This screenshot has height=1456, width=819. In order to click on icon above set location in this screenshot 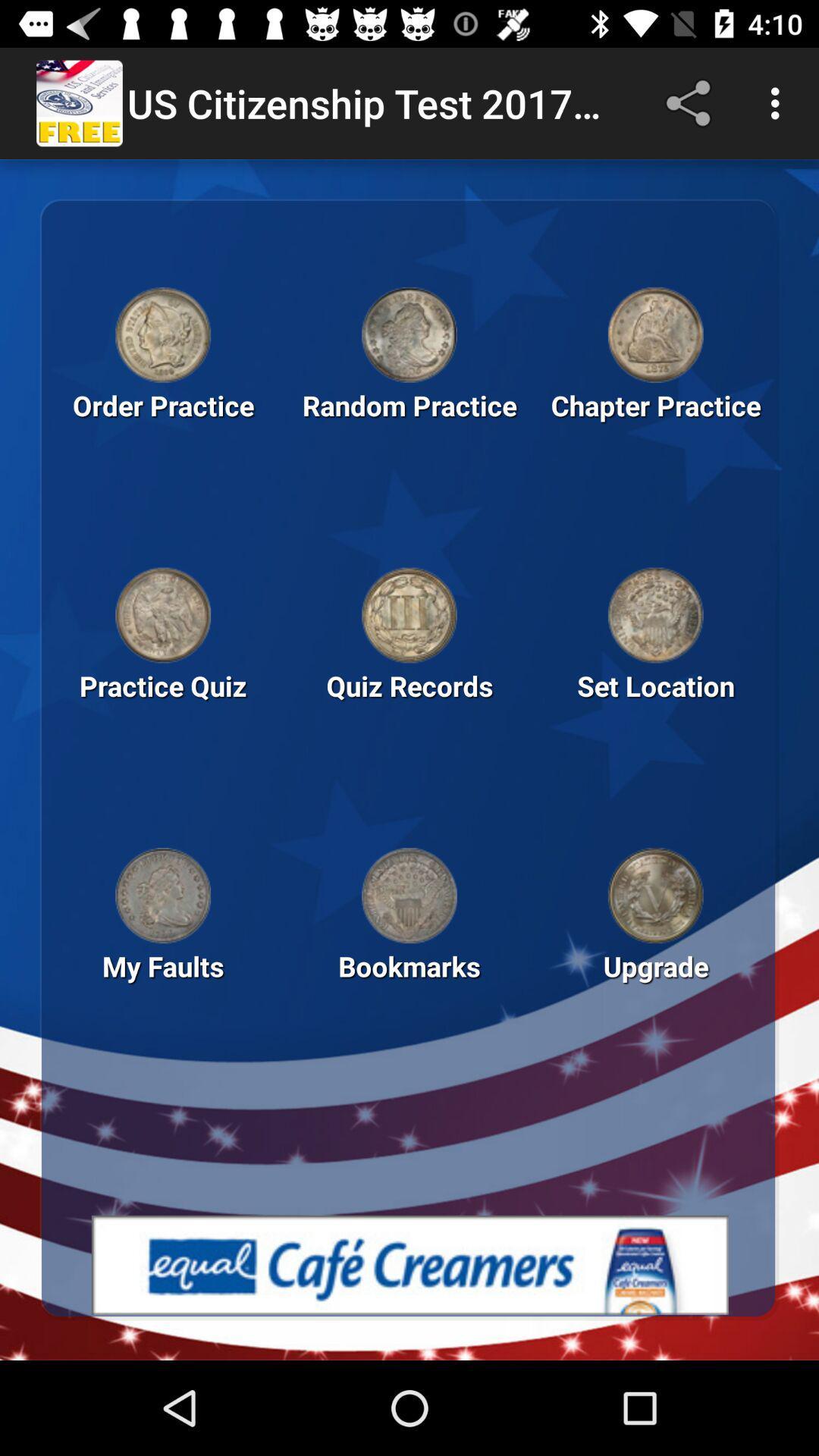, I will do `click(654, 615)`.